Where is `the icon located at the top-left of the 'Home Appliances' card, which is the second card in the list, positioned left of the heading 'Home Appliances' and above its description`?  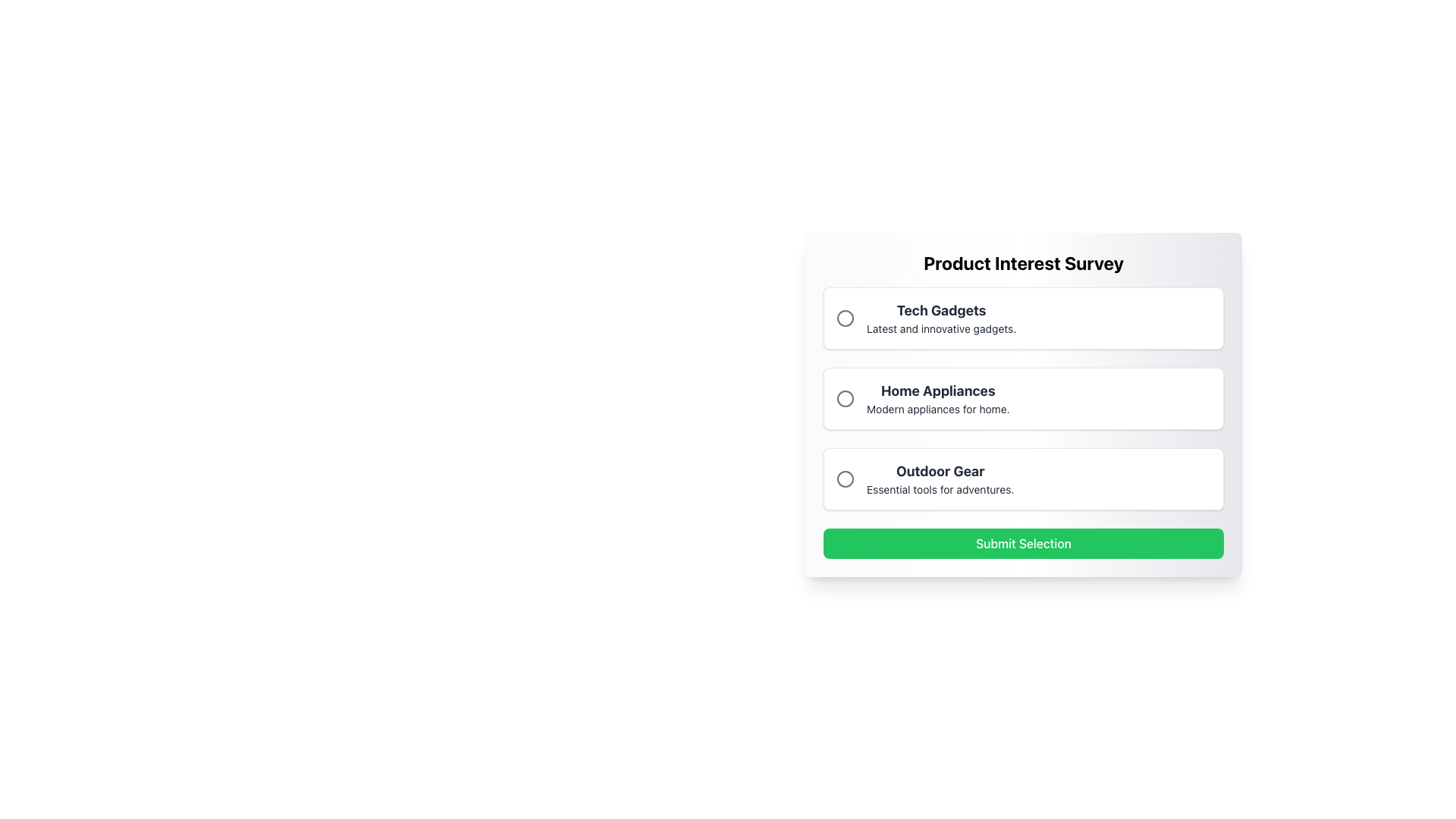 the icon located at the top-left of the 'Home Appliances' card, which is the second card in the list, positioned left of the heading 'Home Appliances' and above its description is located at coordinates (844, 397).